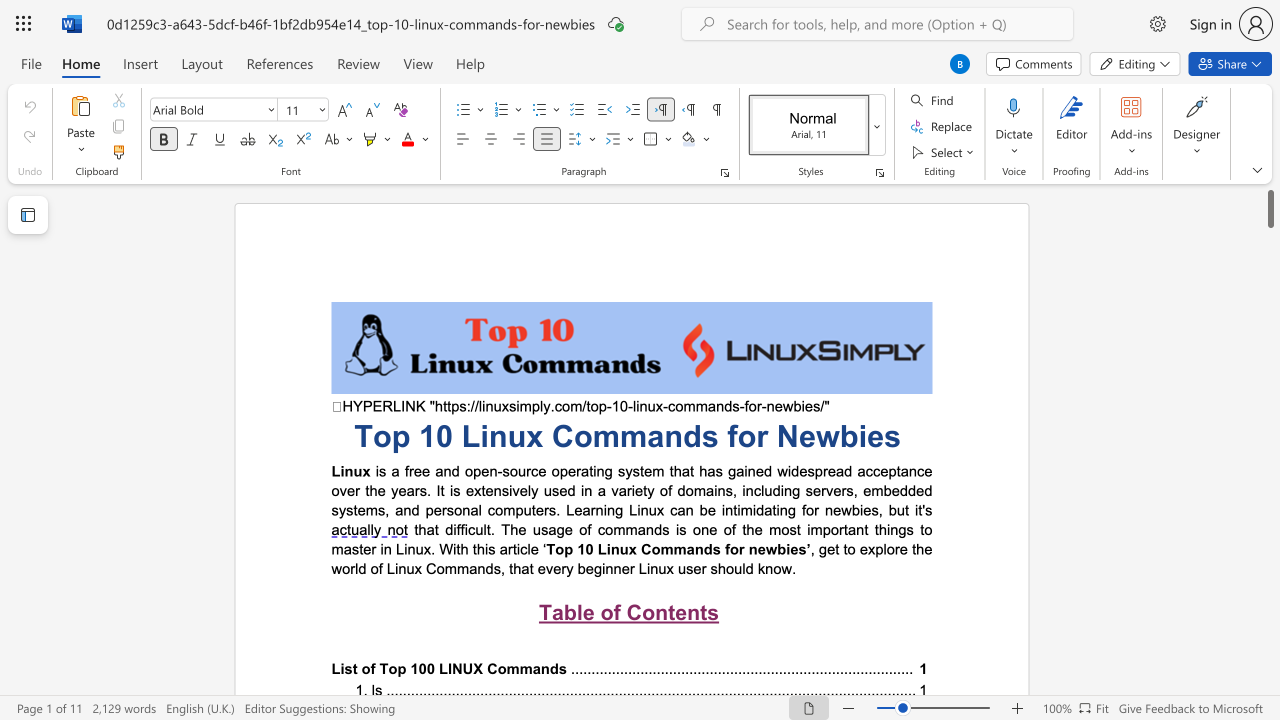 The width and height of the screenshot is (1280, 720). I want to click on the space between the continuous character "e" and "s" in the text, so click(797, 549).